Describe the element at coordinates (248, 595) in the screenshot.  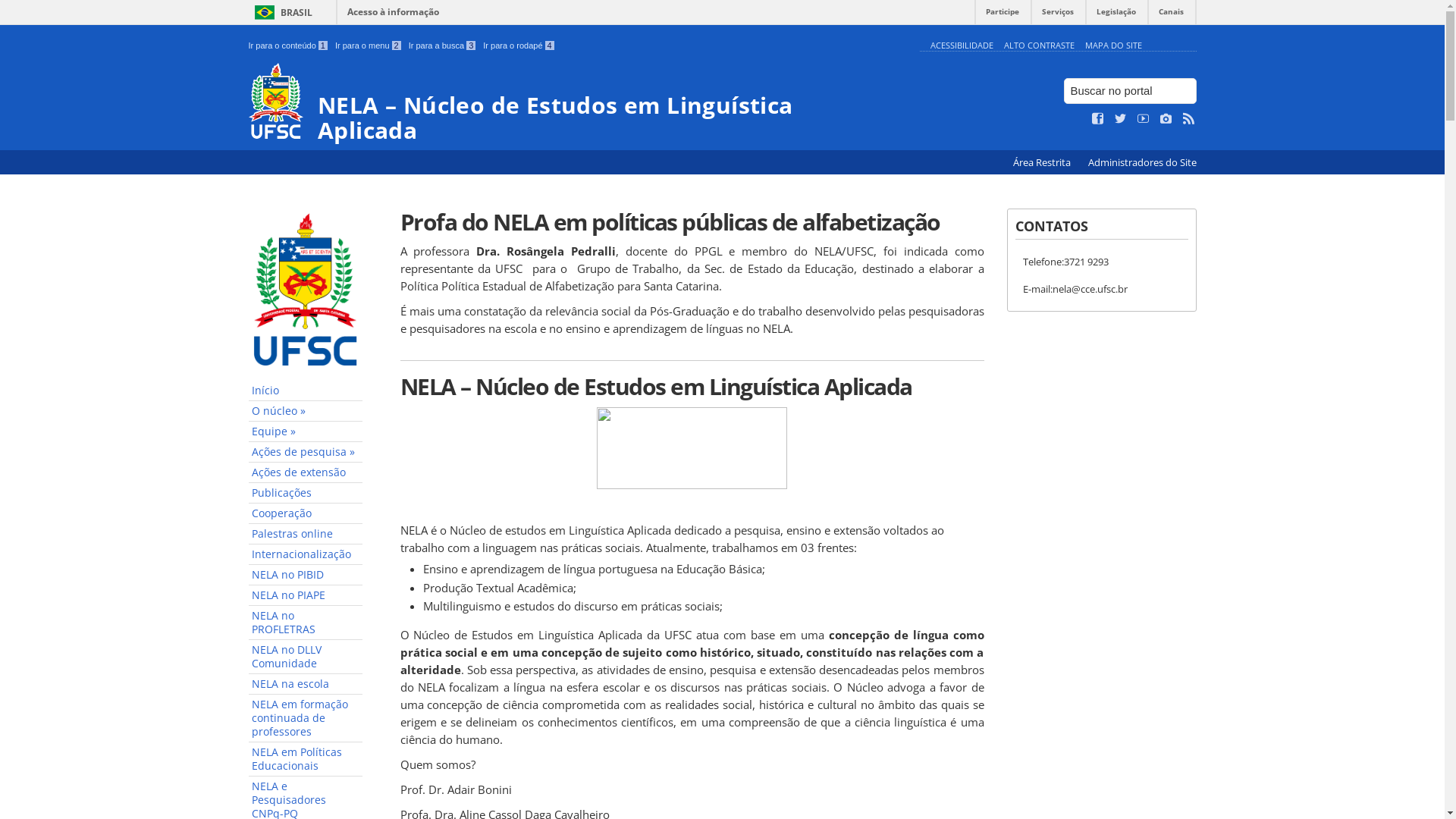
I see `'NELA no PIAPE'` at that location.